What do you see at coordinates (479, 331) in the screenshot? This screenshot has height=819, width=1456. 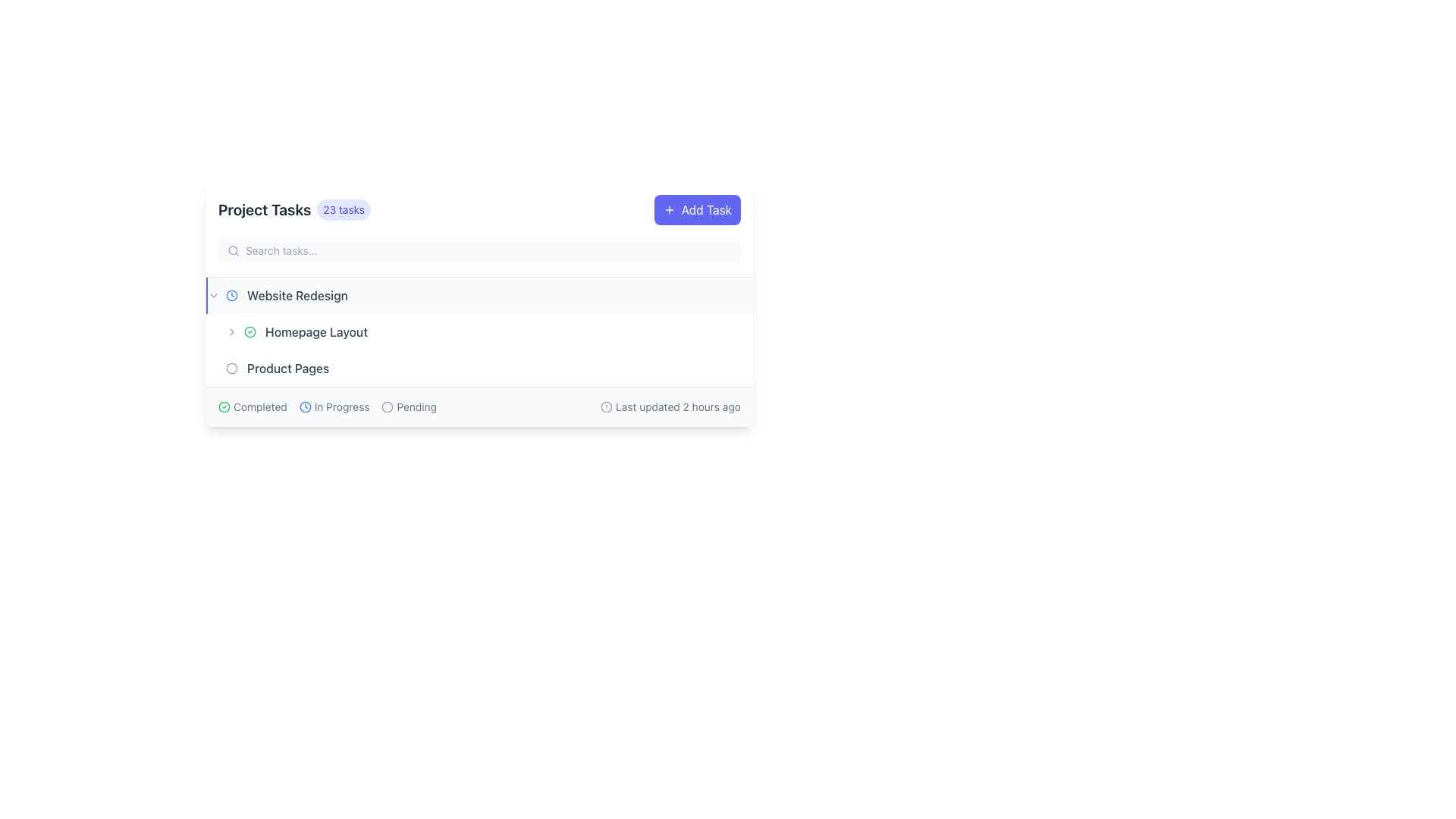 I see `the second item` at bounding box center [479, 331].